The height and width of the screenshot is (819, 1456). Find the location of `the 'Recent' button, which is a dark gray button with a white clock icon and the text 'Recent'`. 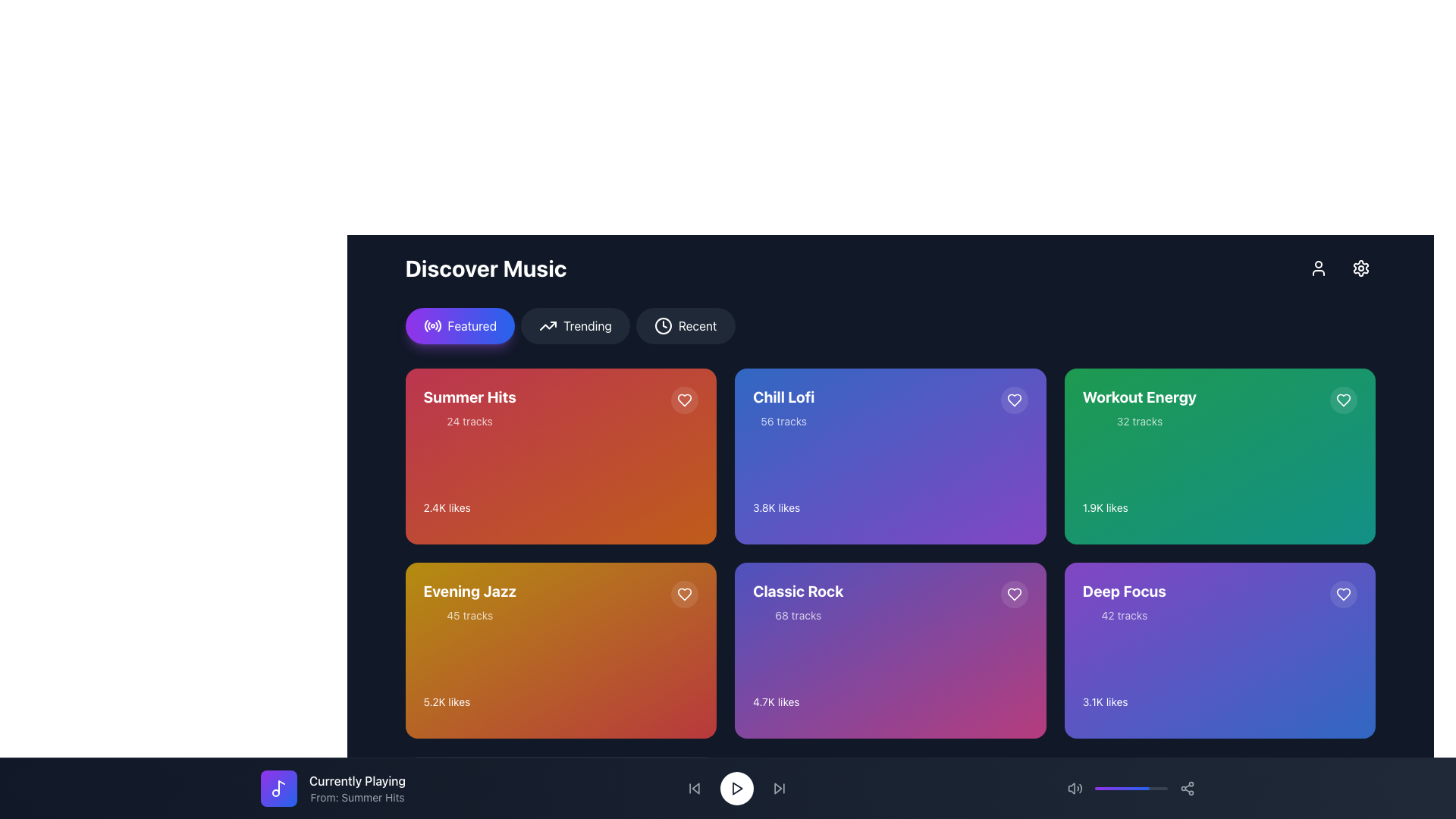

the 'Recent' button, which is a dark gray button with a white clock icon and the text 'Recent' is located at coordinates (684, 325).